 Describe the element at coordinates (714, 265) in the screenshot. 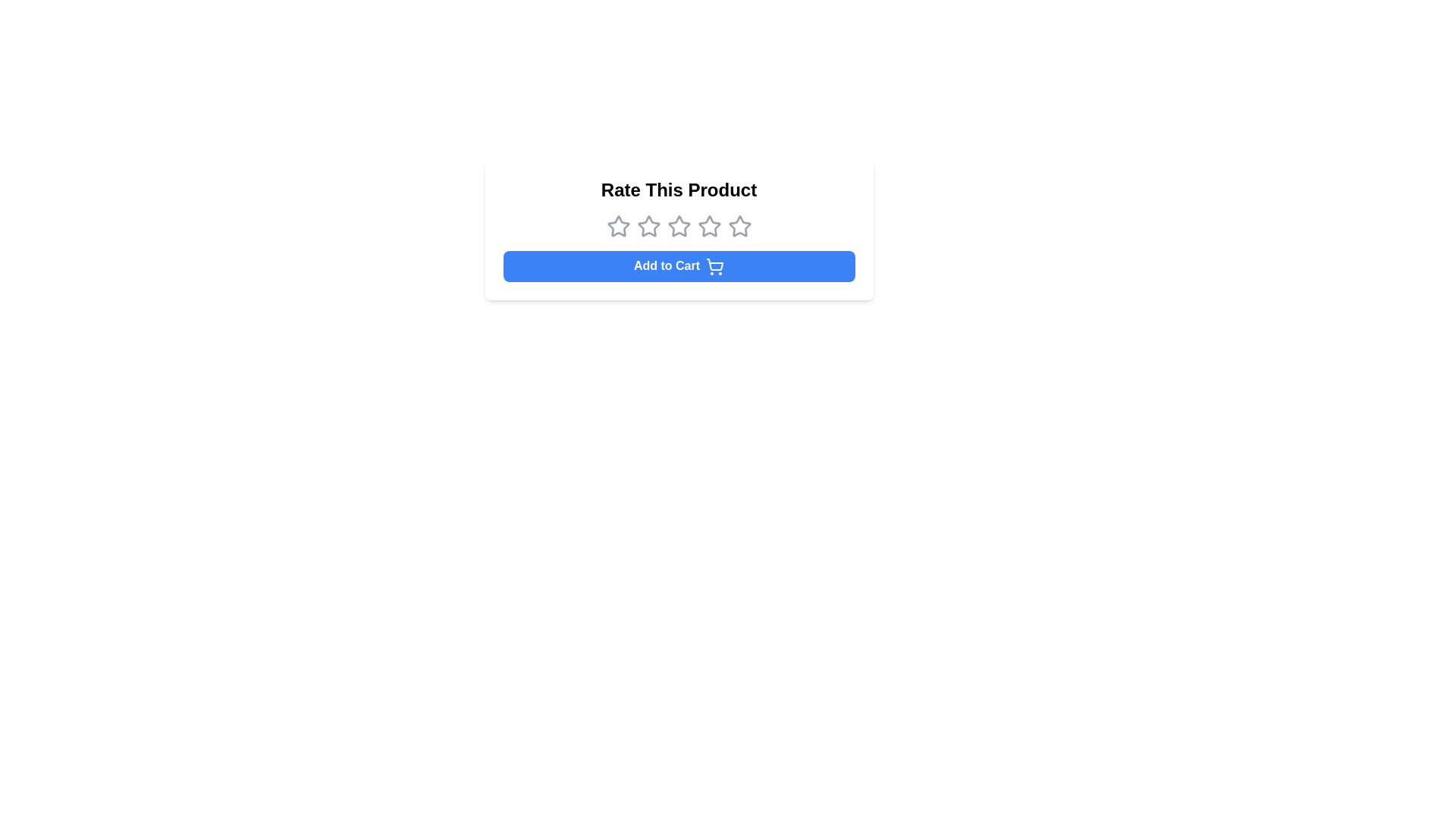

I see `the shopping cart icon located on the blue rectangular 'Add to Cart' button, which is positioned near the lower section of the interface` at that location.